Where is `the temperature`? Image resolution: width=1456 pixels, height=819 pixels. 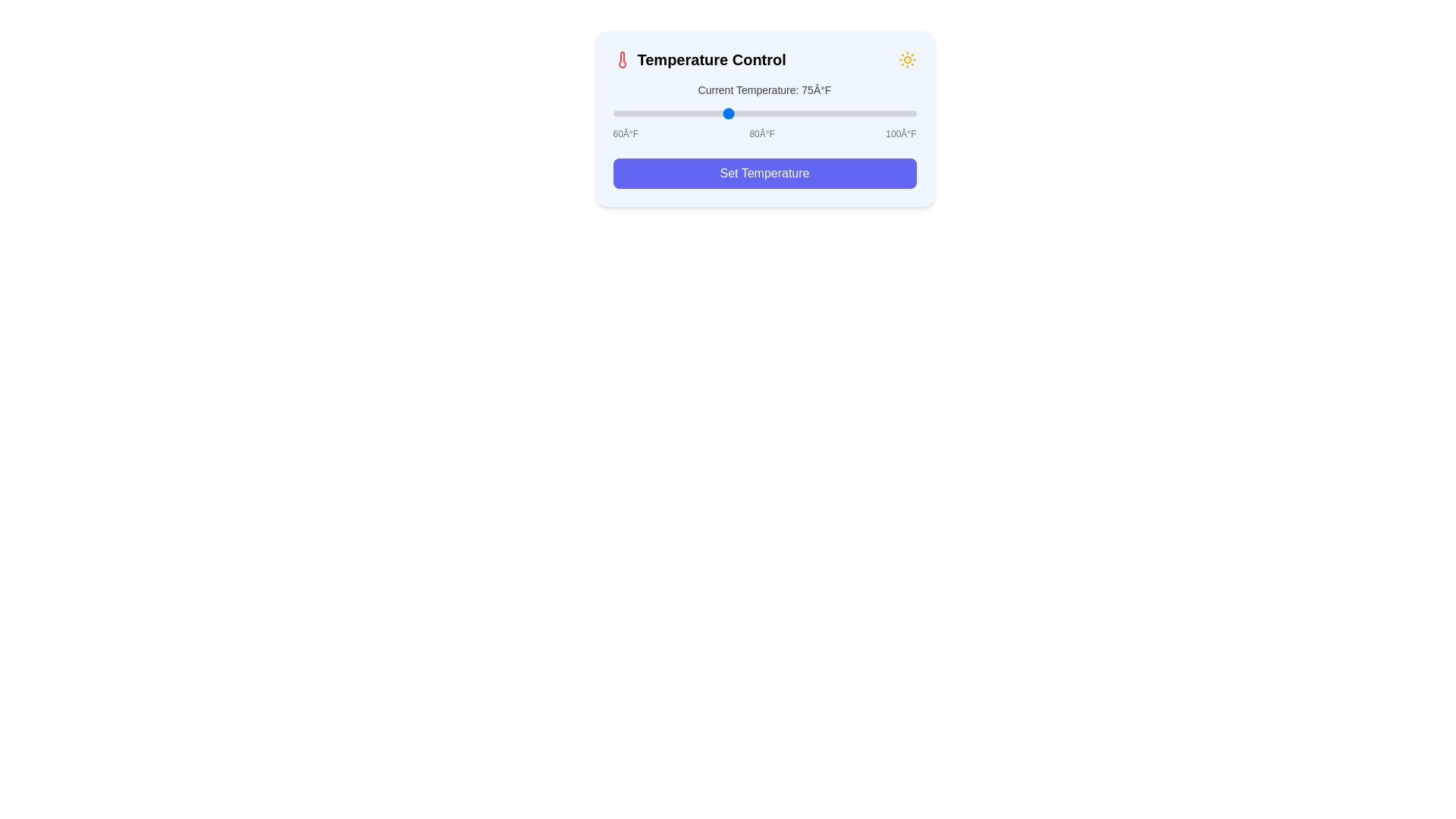
the temperature is located at coordinates (893, 113).